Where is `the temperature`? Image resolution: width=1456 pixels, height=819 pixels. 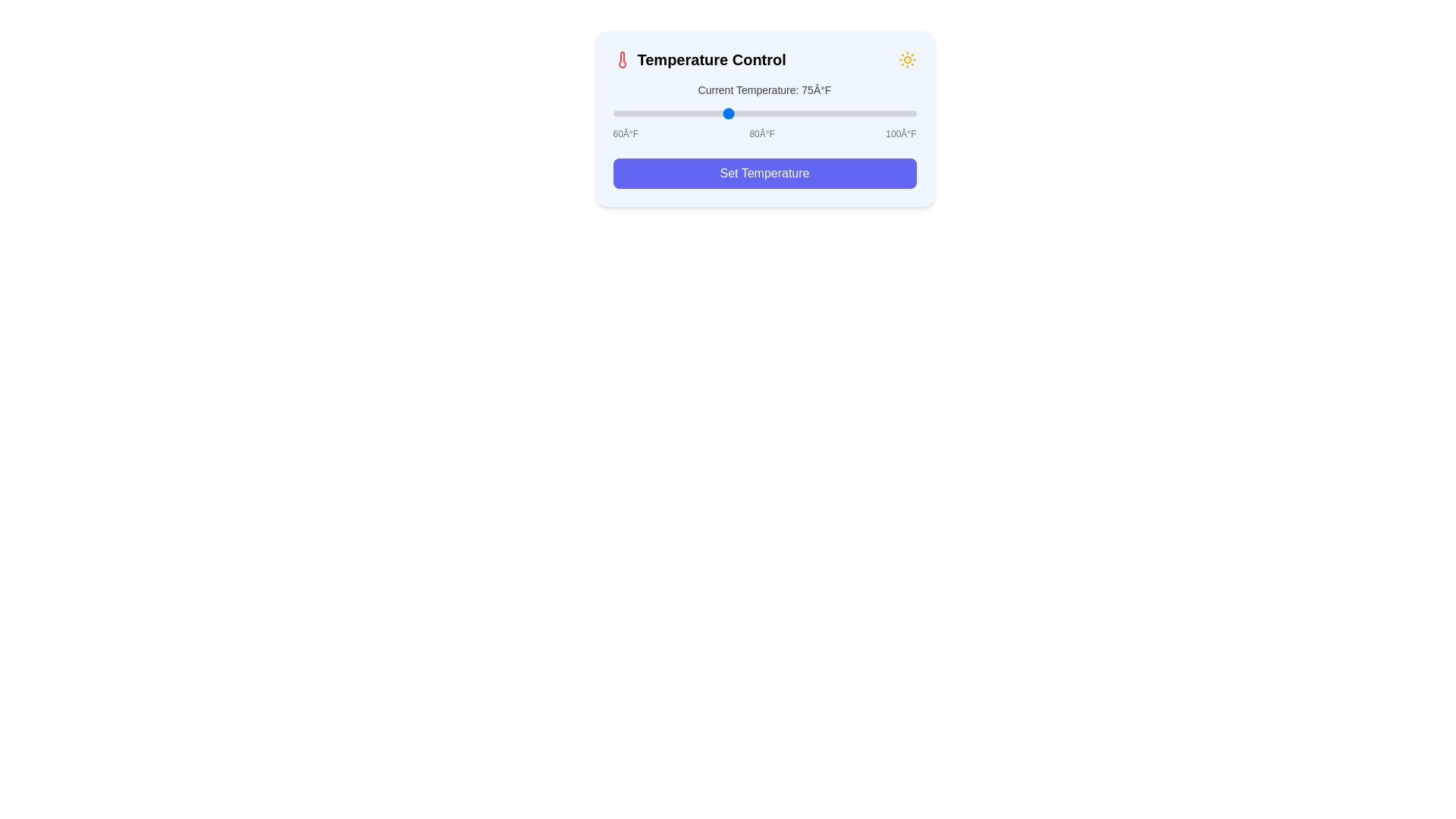
the temperature is located at coordinates (893, 113).